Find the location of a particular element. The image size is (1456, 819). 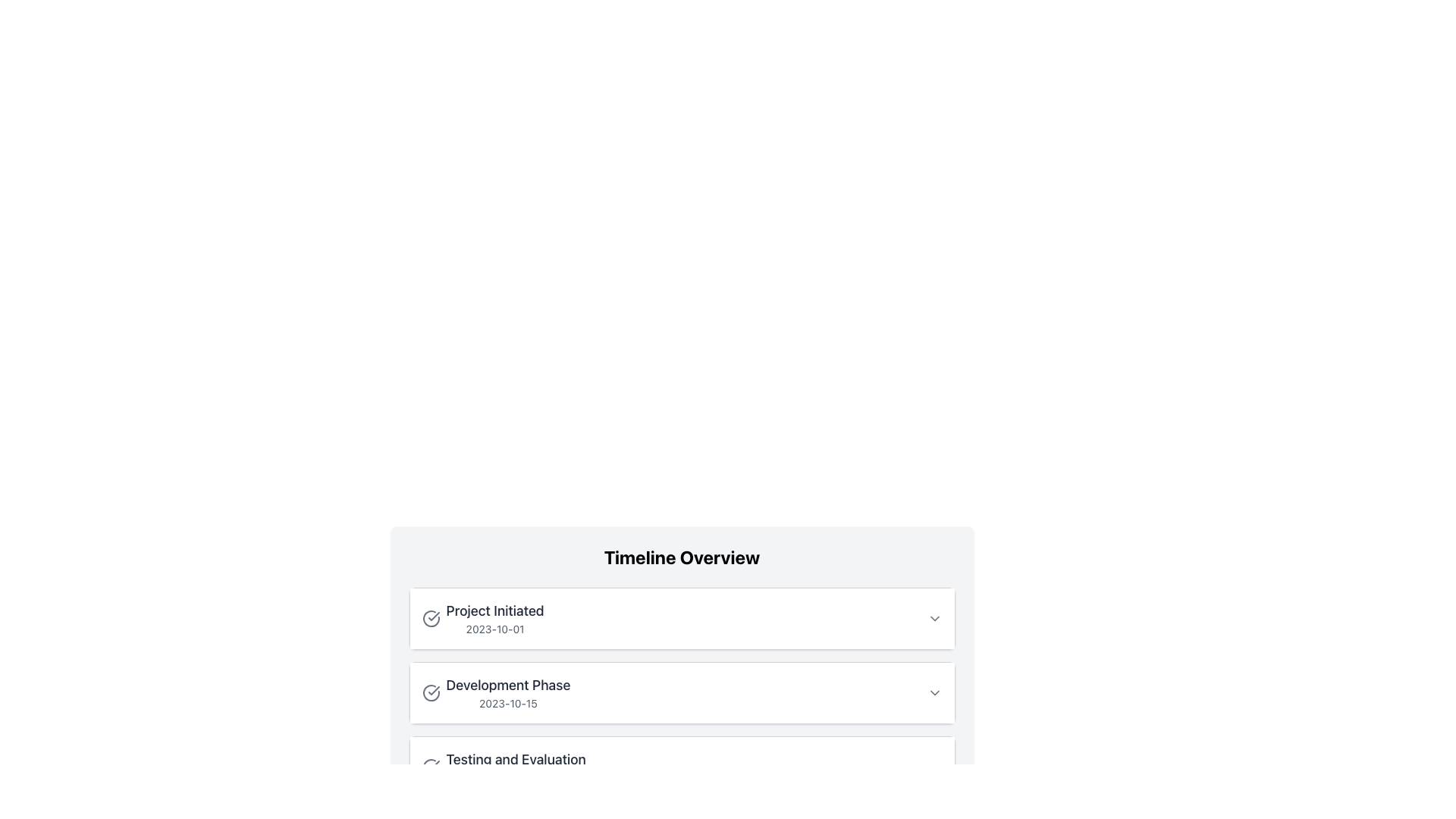

the heading text 'Project Initiated' located at the top of the 'Timeline Overview' section, which is styled in bold and larger font is located at coordinates (494, 610).